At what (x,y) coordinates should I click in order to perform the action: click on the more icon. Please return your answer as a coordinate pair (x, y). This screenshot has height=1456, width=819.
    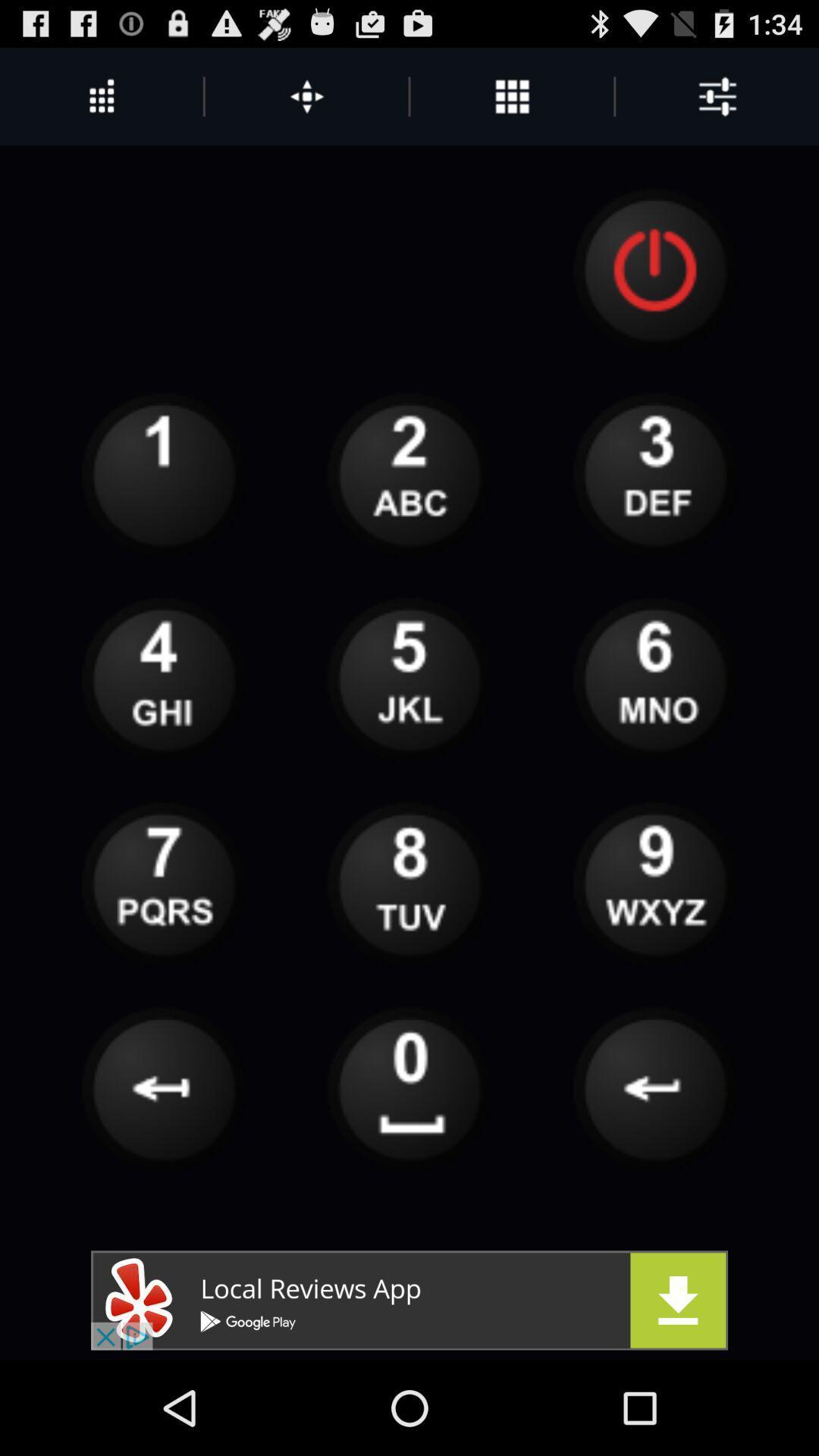
    Looking at the image, I should click on (101, 102).